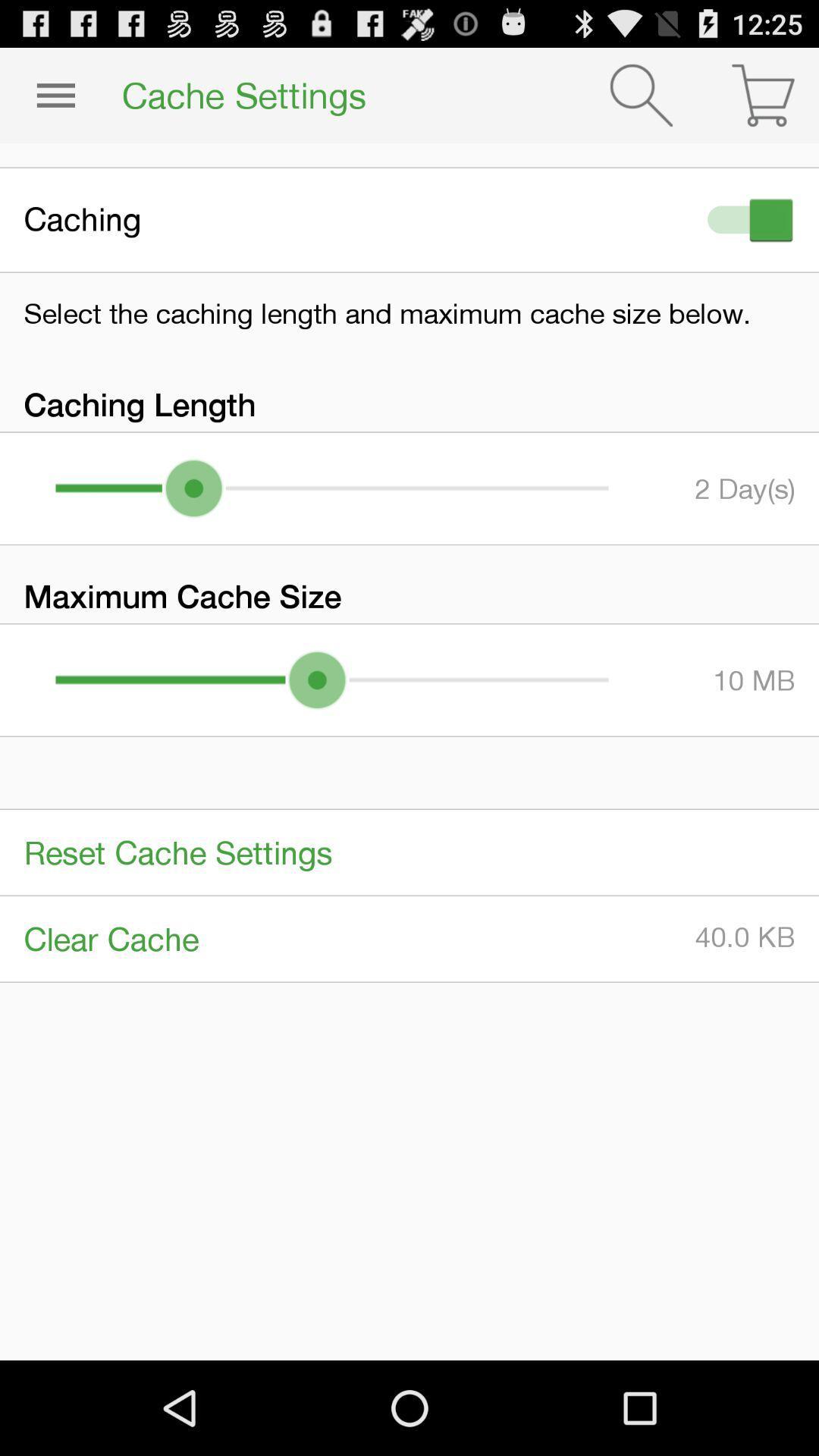 This screenshot has width=819, height=1456. Describe the element at coordinates (641, 94) in the screenshot. I see `icon next to the cache settings` at that location.